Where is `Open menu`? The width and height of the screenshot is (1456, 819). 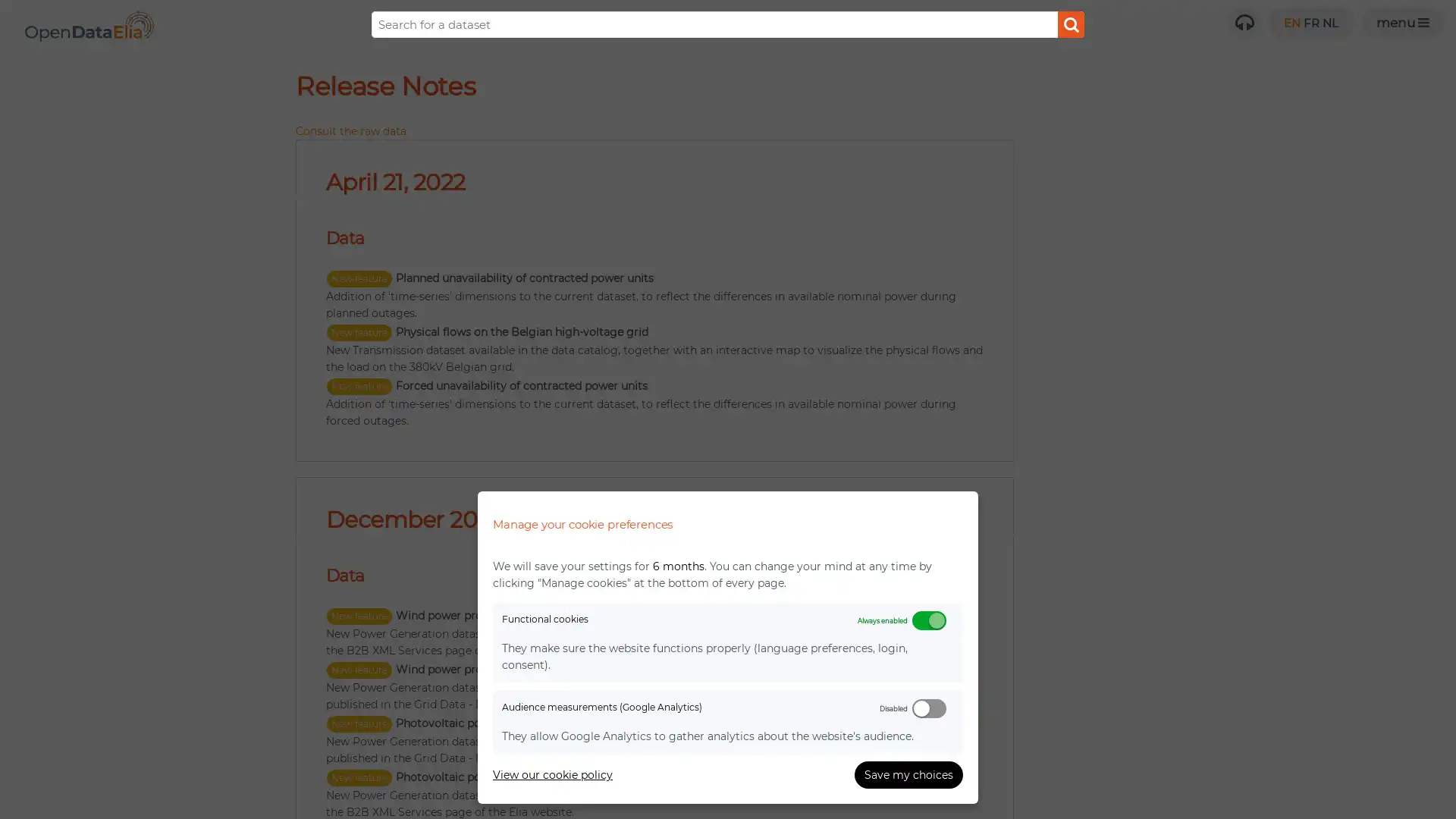
Open menu is located at coordinates (1401, 23).